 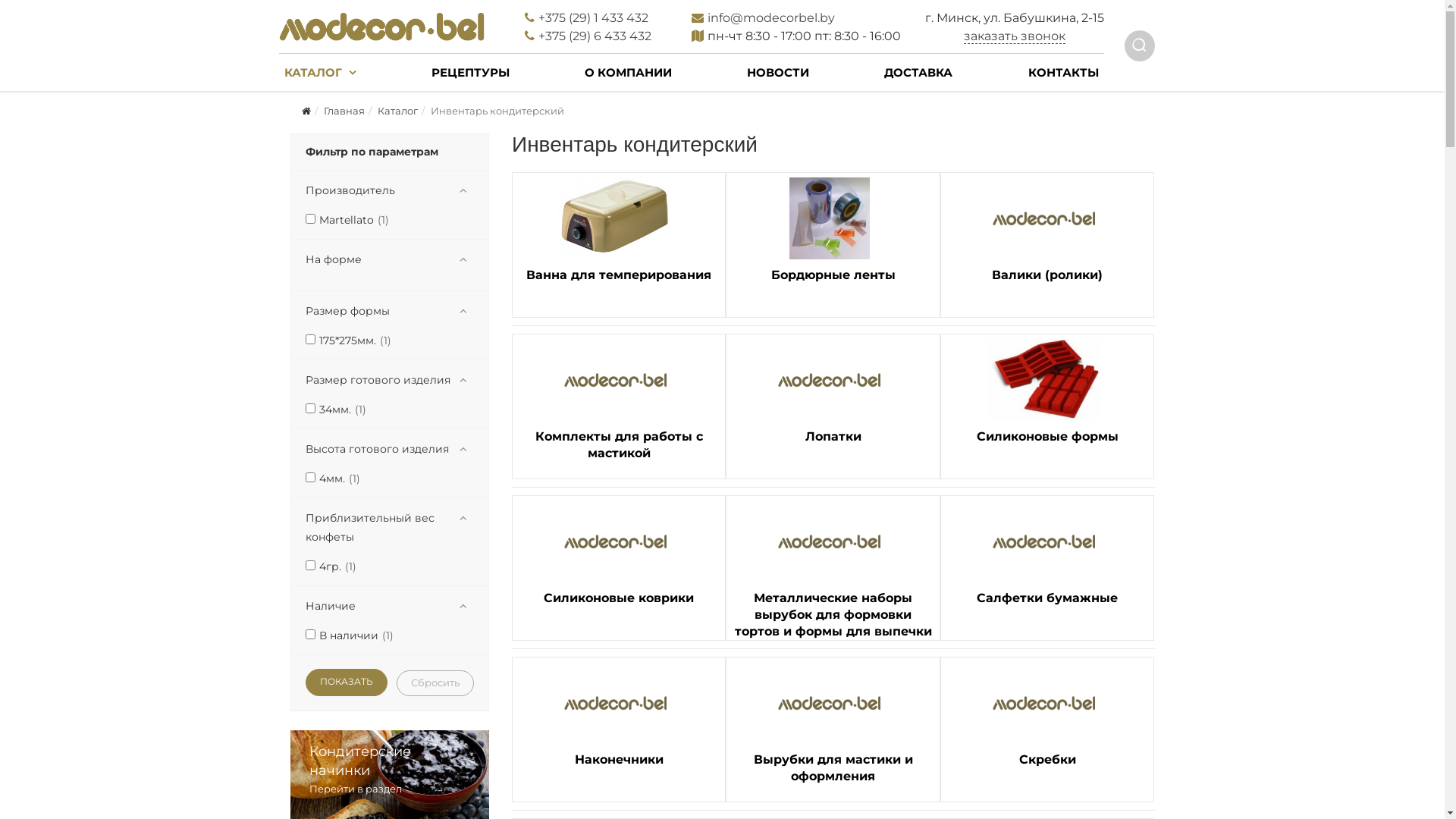 I want to click on 'info@modecorbel.by', so click(x=706, y=17).